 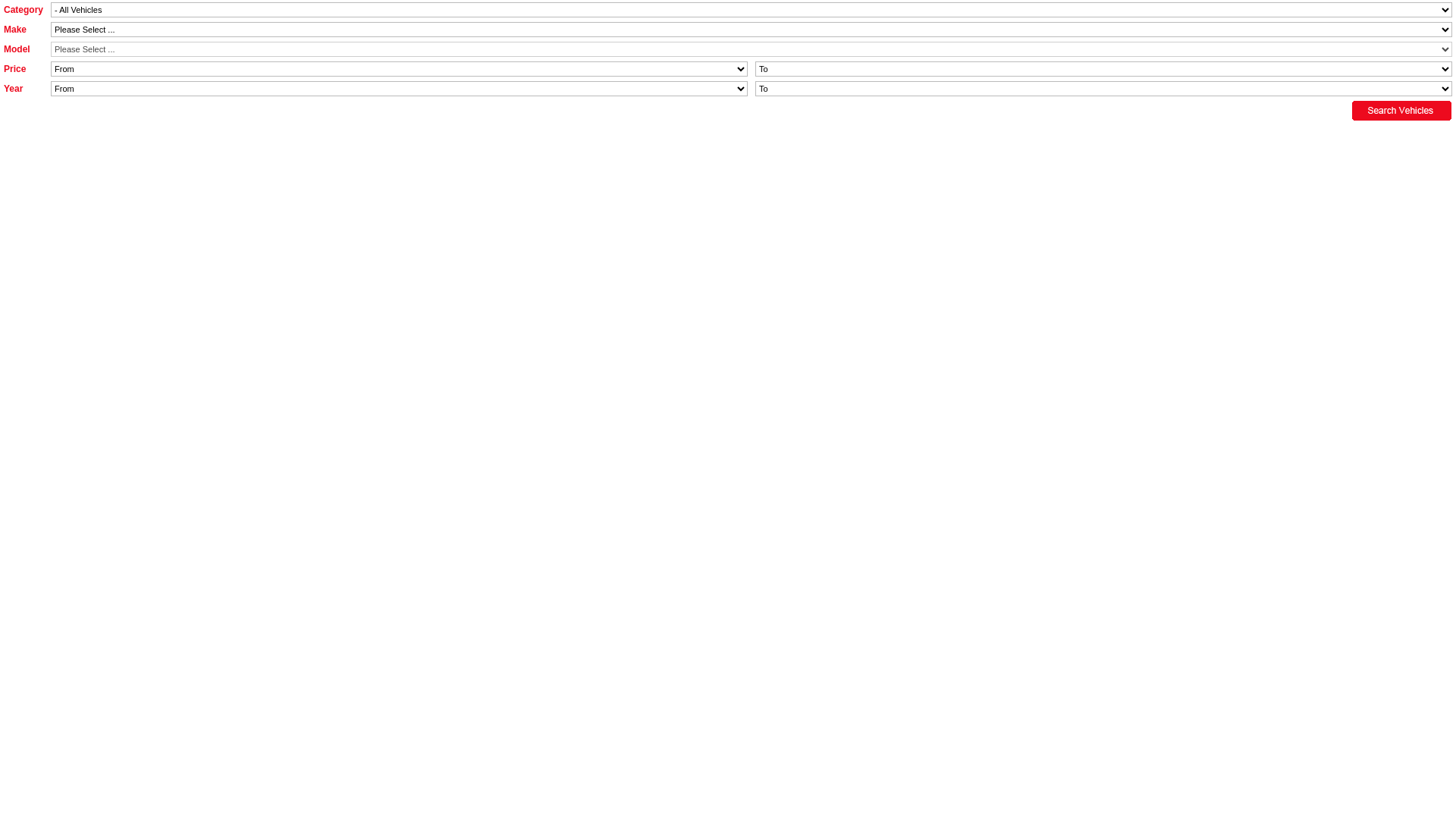 I want to click on 'Search!', so click(x=1401, y=110).